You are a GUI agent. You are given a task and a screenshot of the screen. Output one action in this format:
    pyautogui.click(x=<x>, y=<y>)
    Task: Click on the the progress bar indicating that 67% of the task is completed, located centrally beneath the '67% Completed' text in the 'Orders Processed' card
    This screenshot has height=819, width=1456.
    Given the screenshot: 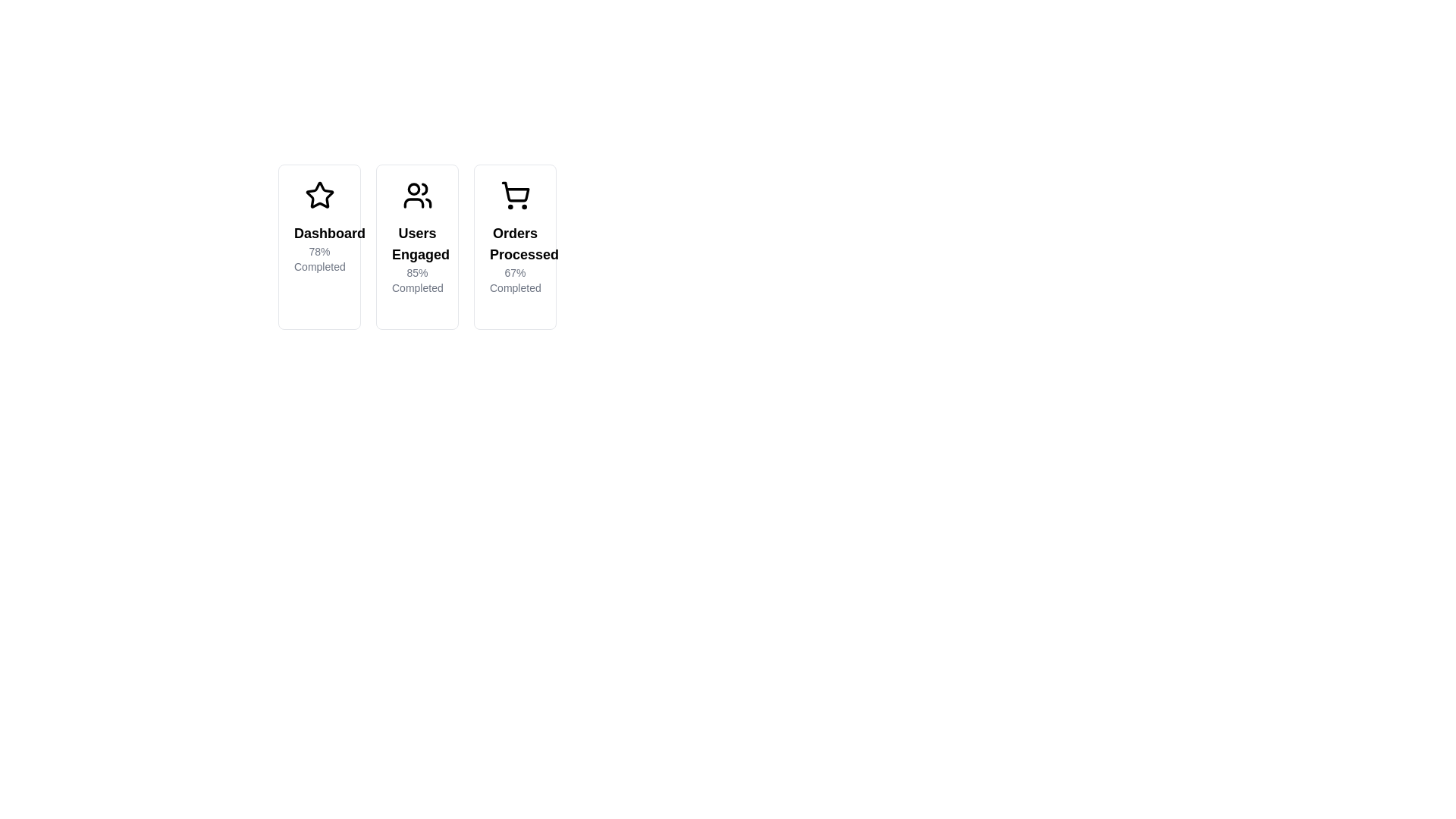 What is the action you would take?
    pyautogui.click(x=507, y=309)
    